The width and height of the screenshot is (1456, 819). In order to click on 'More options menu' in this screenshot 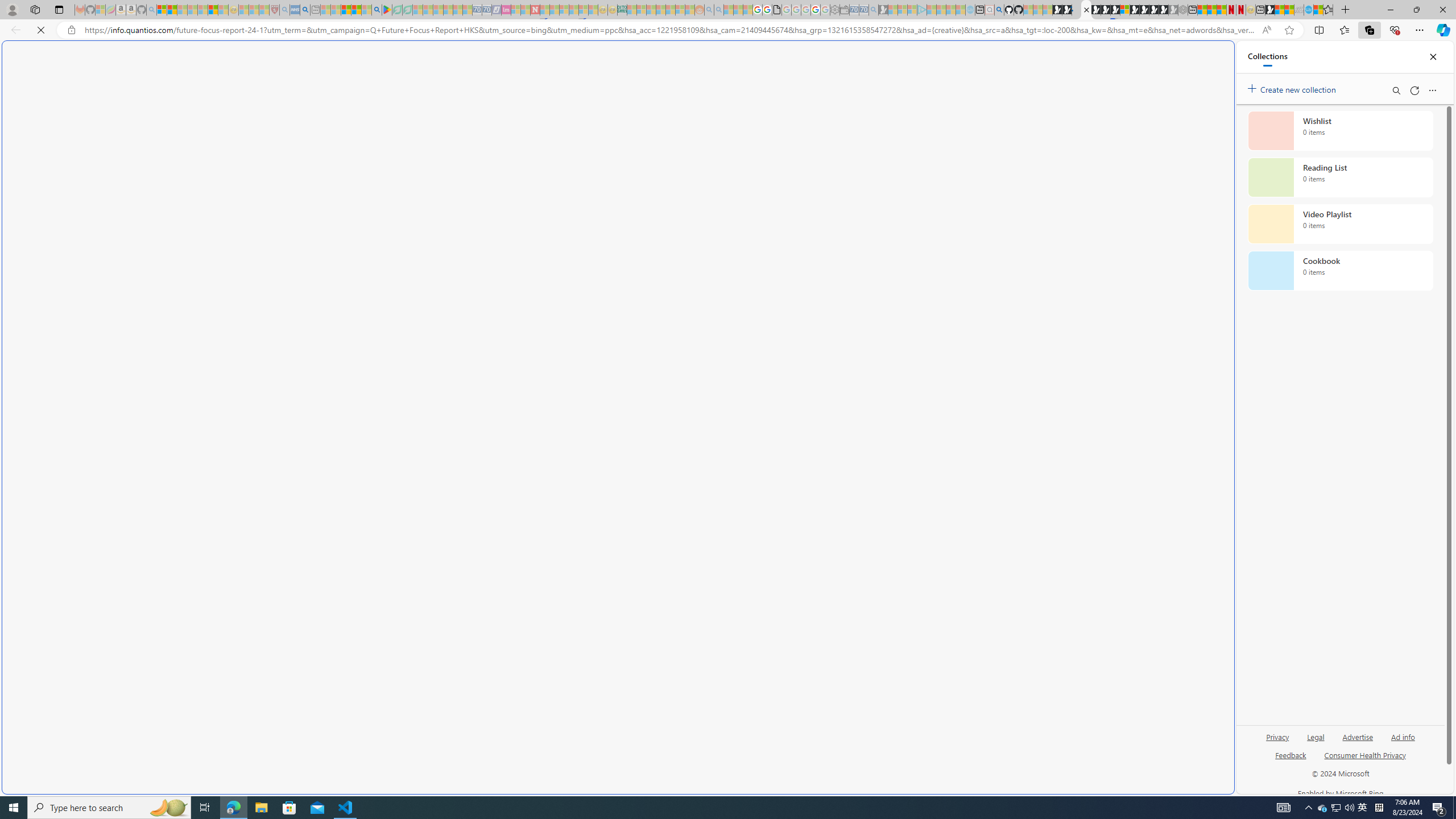, I will do `click(1433, 90)`.